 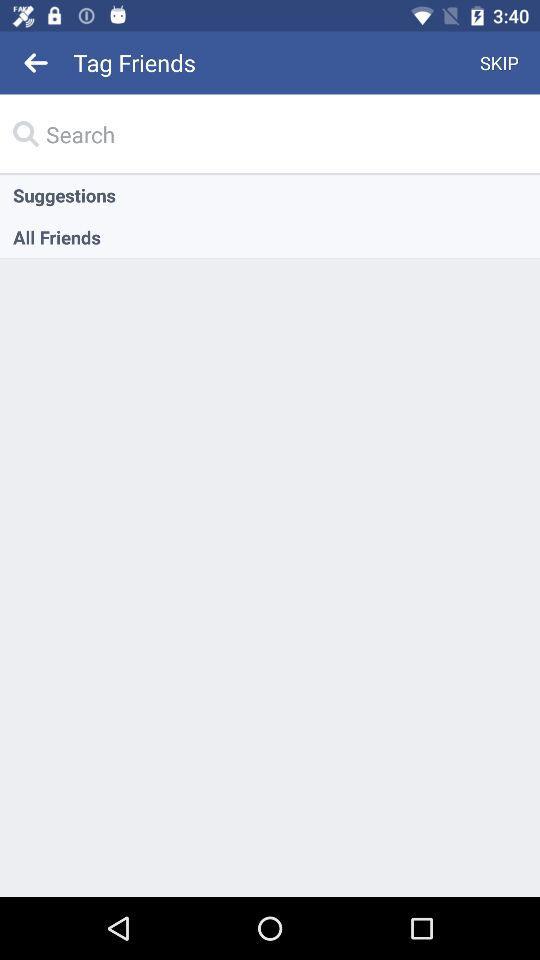 I want to click on item above search icon, so click(x=36, y=62).